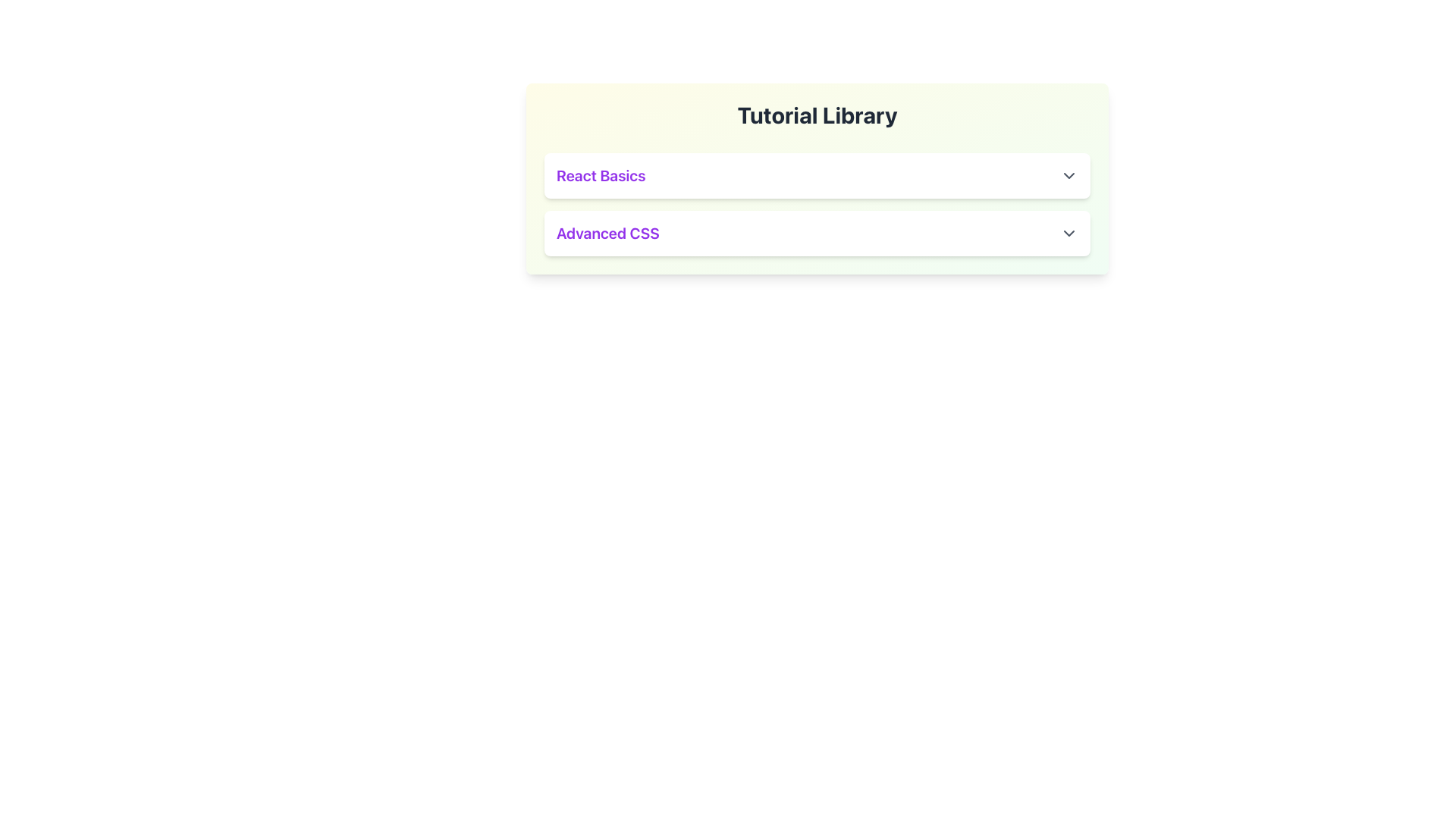  Describe the element at coordinates (607, 234) in the screenshot. I see `the 'Advanced CSS' text label, which identifies a specific section in the UI and is positioned below the 'React Basics' label` at that location.